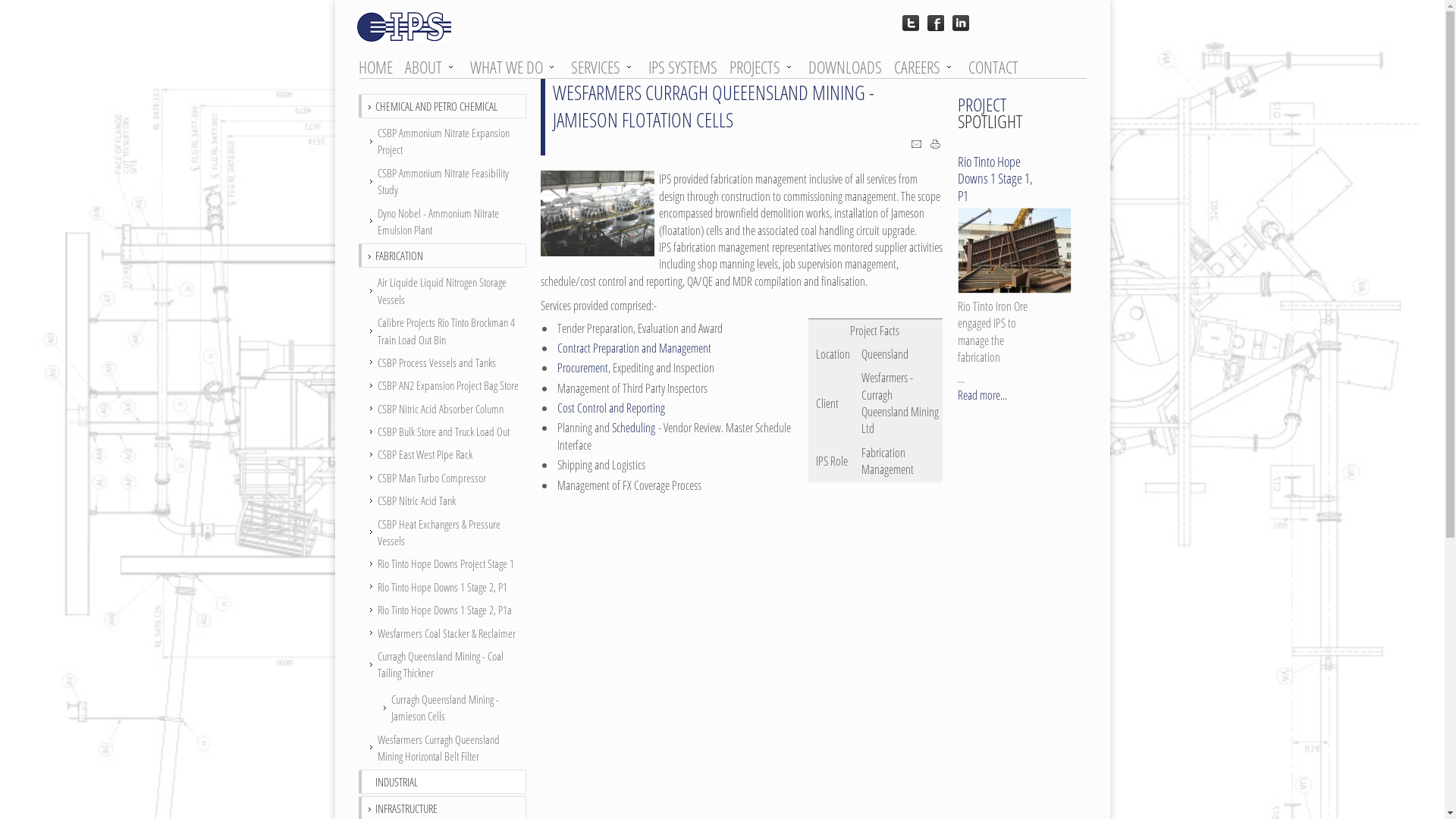 This screenshot has width=1456, height=819. I want to click on 'FABRICATION', so click(375, 253).